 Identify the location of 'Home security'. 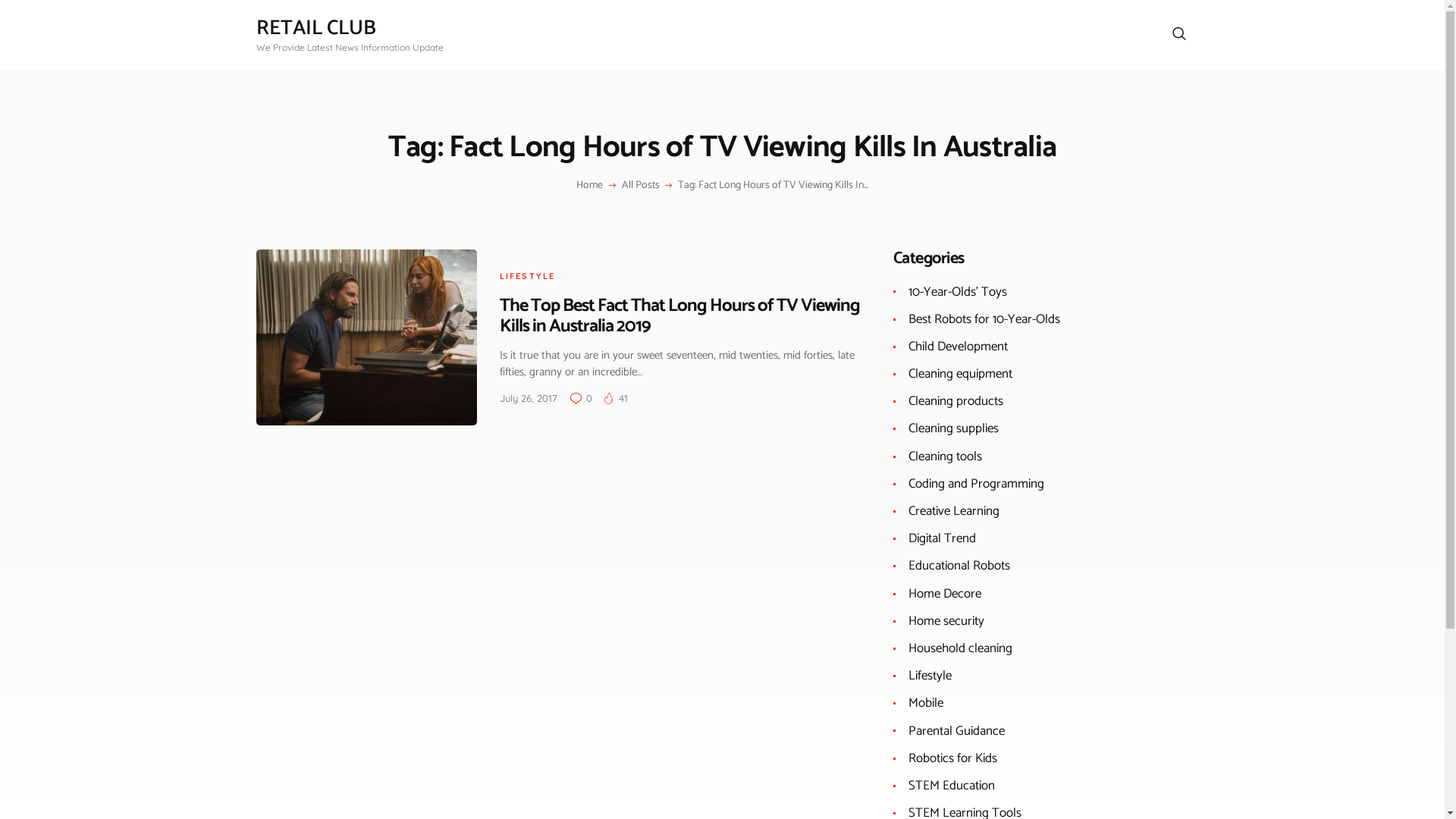
(946, 620).